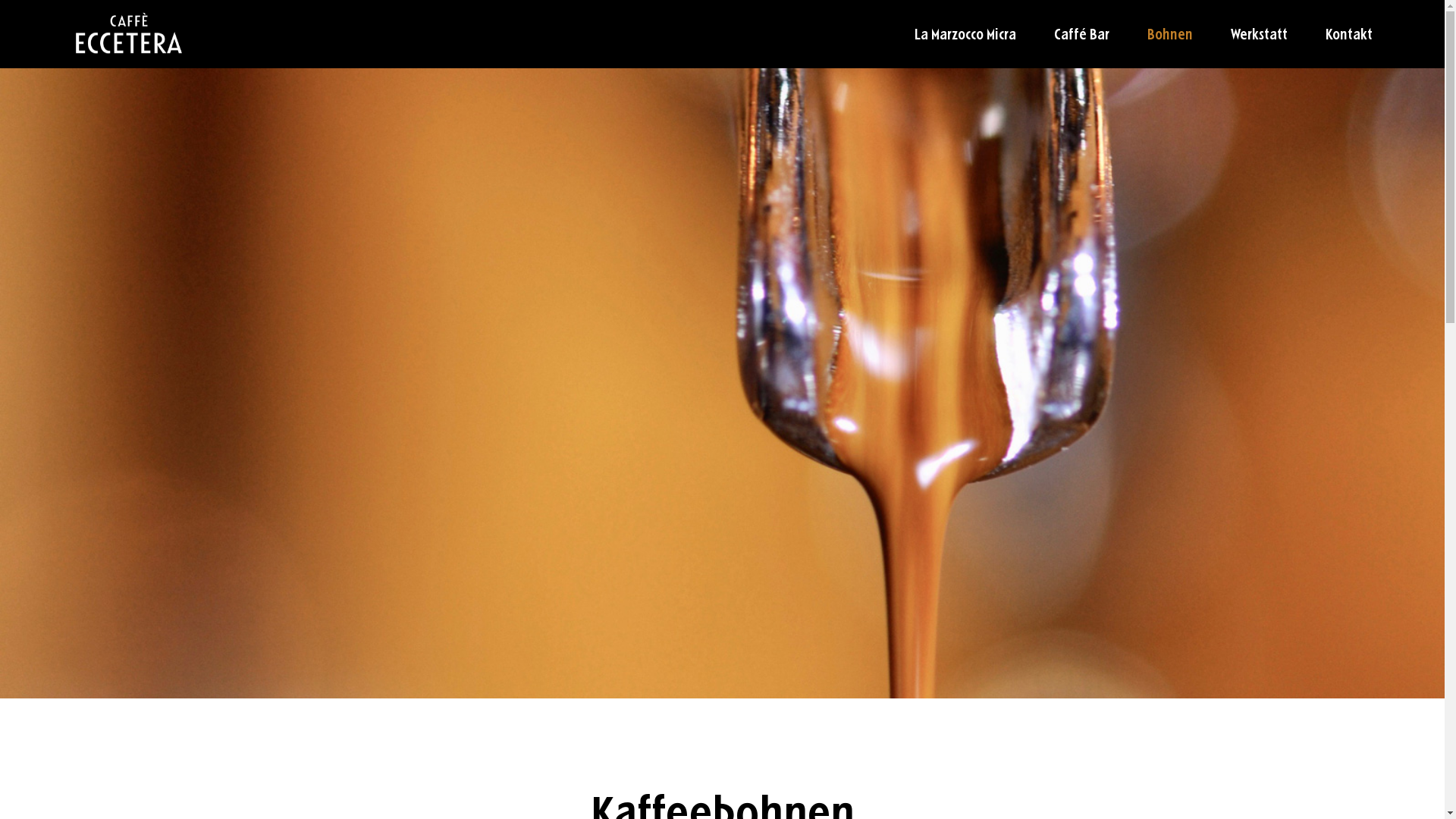  I want to click on 'Bohnen', so click(1169, 34).